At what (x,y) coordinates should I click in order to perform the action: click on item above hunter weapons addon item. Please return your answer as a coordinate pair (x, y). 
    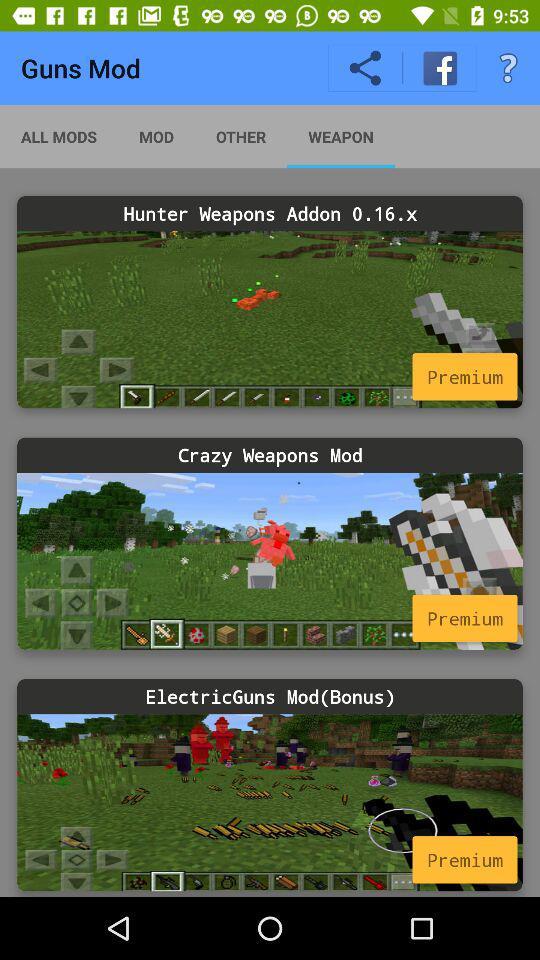
    Looking at the image, I should click on (241, 135).